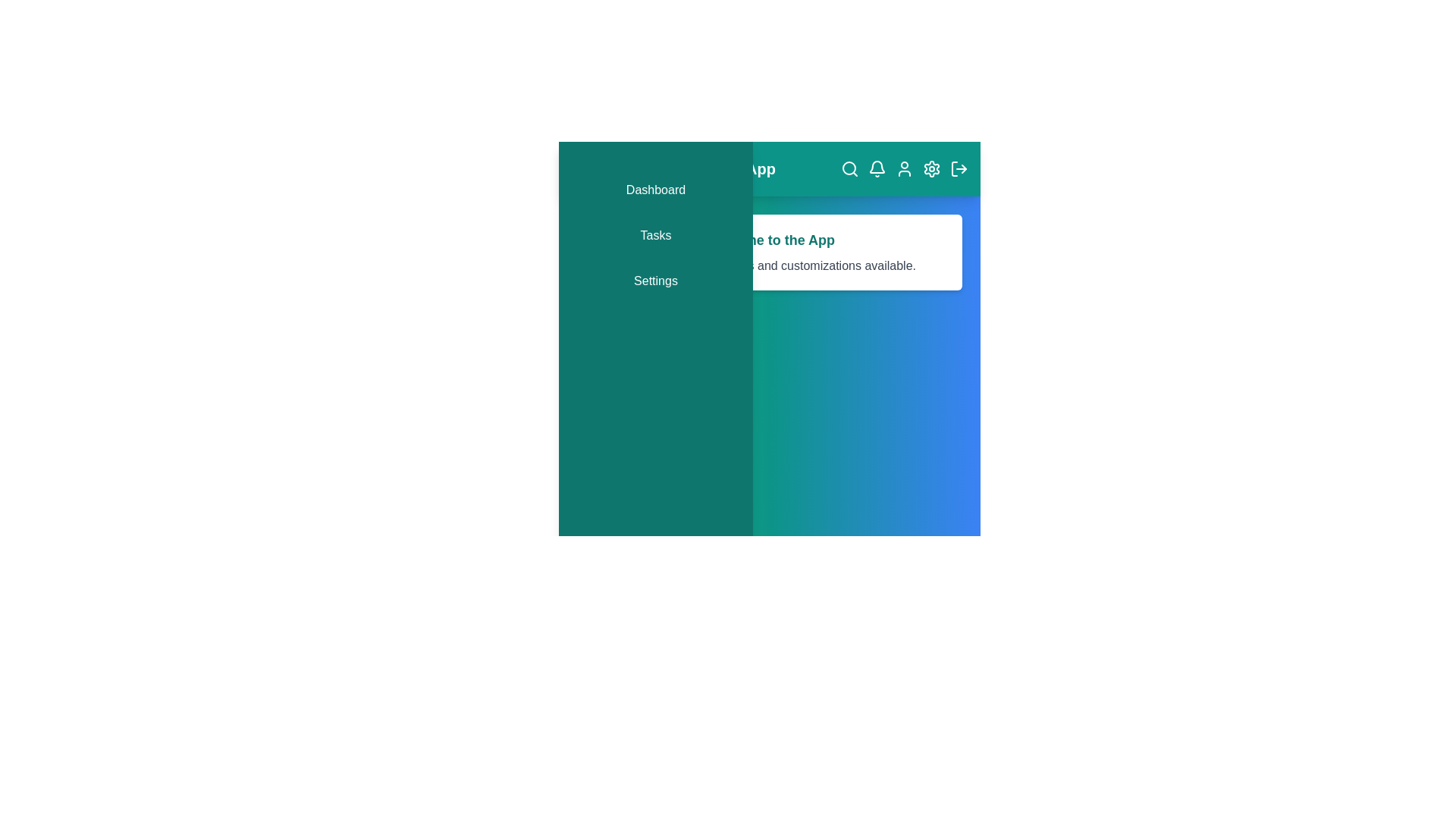  Describe the element at coordinates (655, 189) in the screenshot. I see `the 'Dashboard' menu item to navigate to the Dashboard` at that location.